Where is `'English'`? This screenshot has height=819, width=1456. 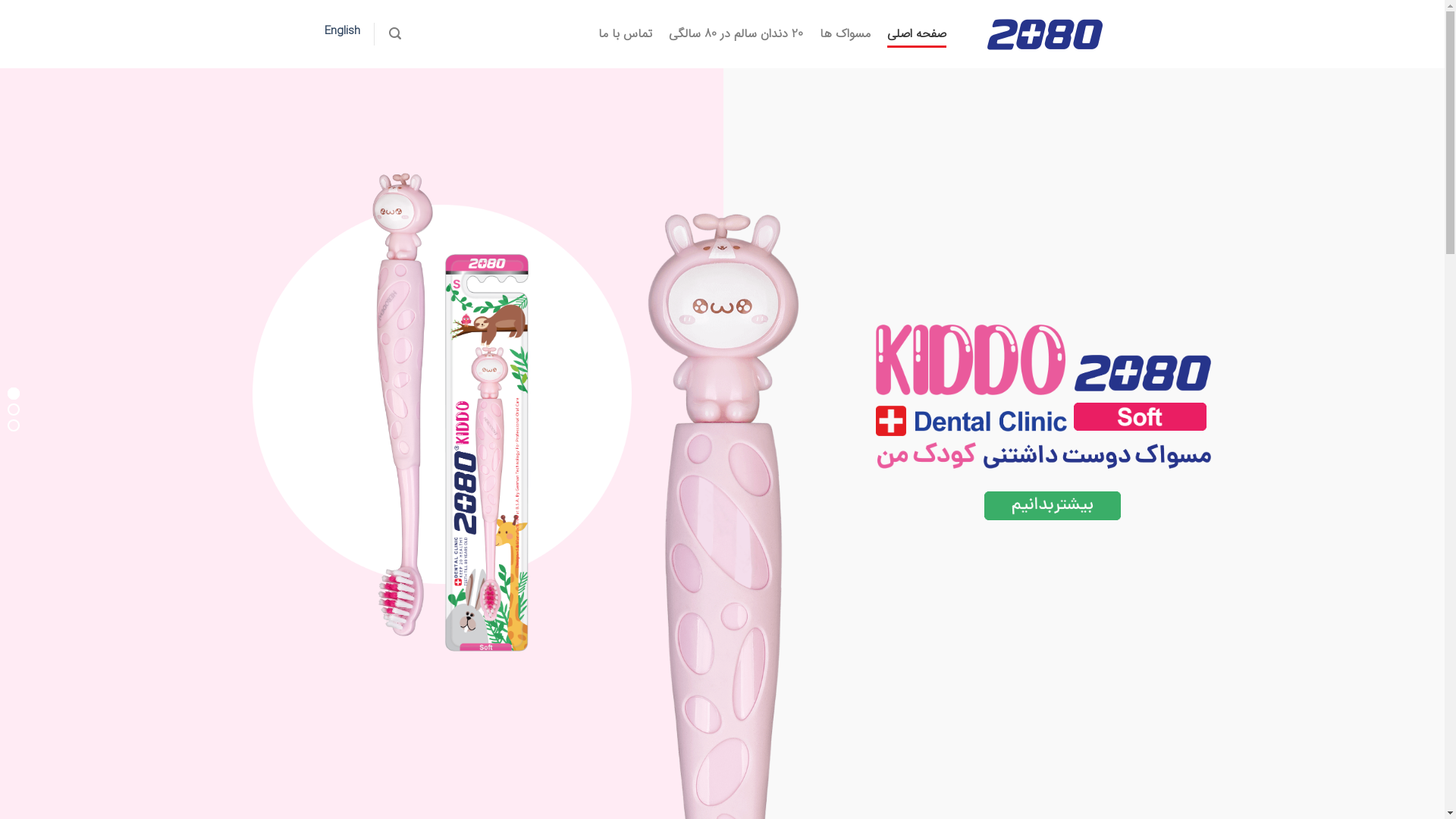 'English' is located at coordinates (341, 31).